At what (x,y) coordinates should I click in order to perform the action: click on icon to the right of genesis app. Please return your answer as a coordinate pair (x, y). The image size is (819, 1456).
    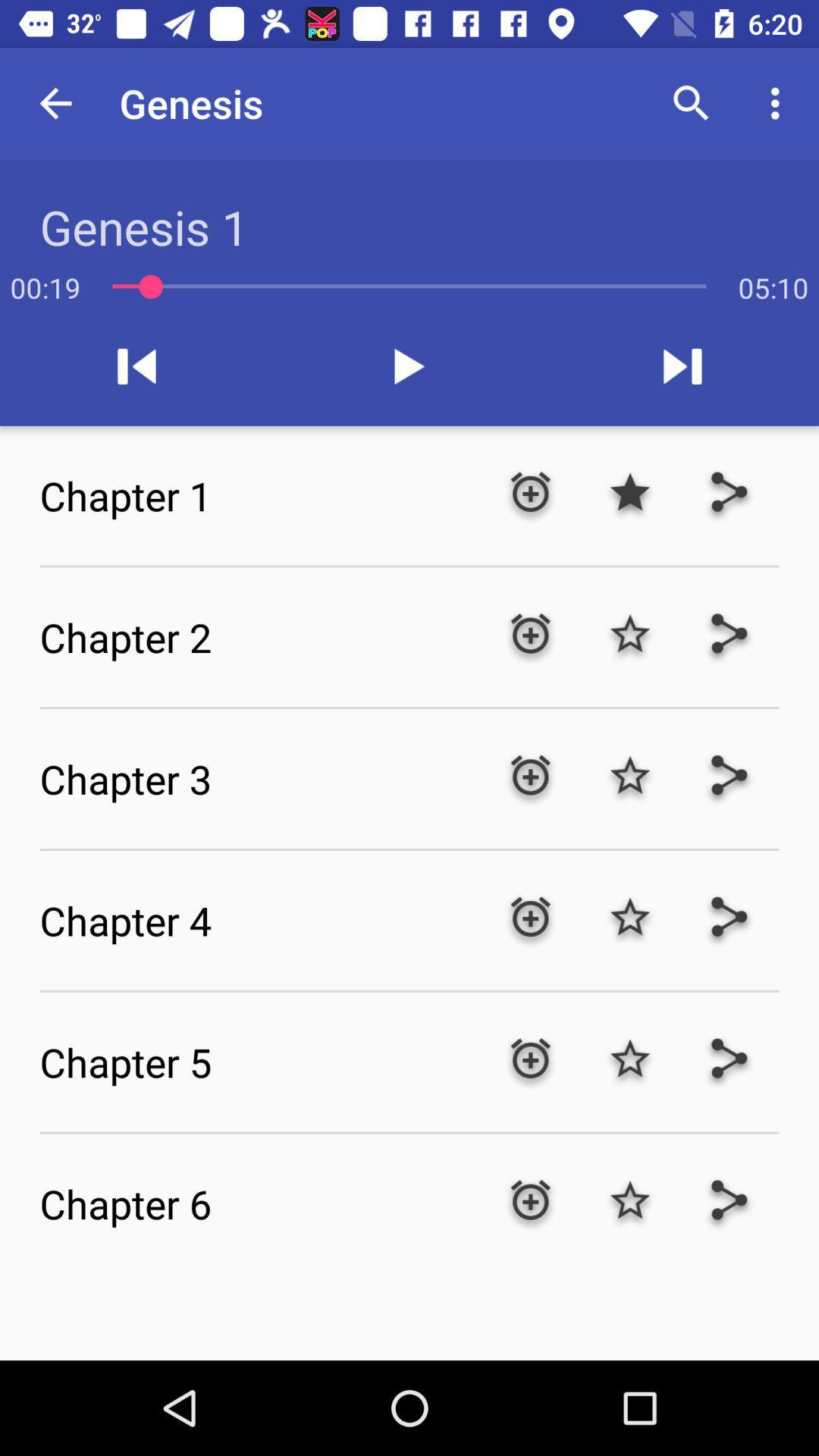
    Looking at the image, I should click on (691, 102).